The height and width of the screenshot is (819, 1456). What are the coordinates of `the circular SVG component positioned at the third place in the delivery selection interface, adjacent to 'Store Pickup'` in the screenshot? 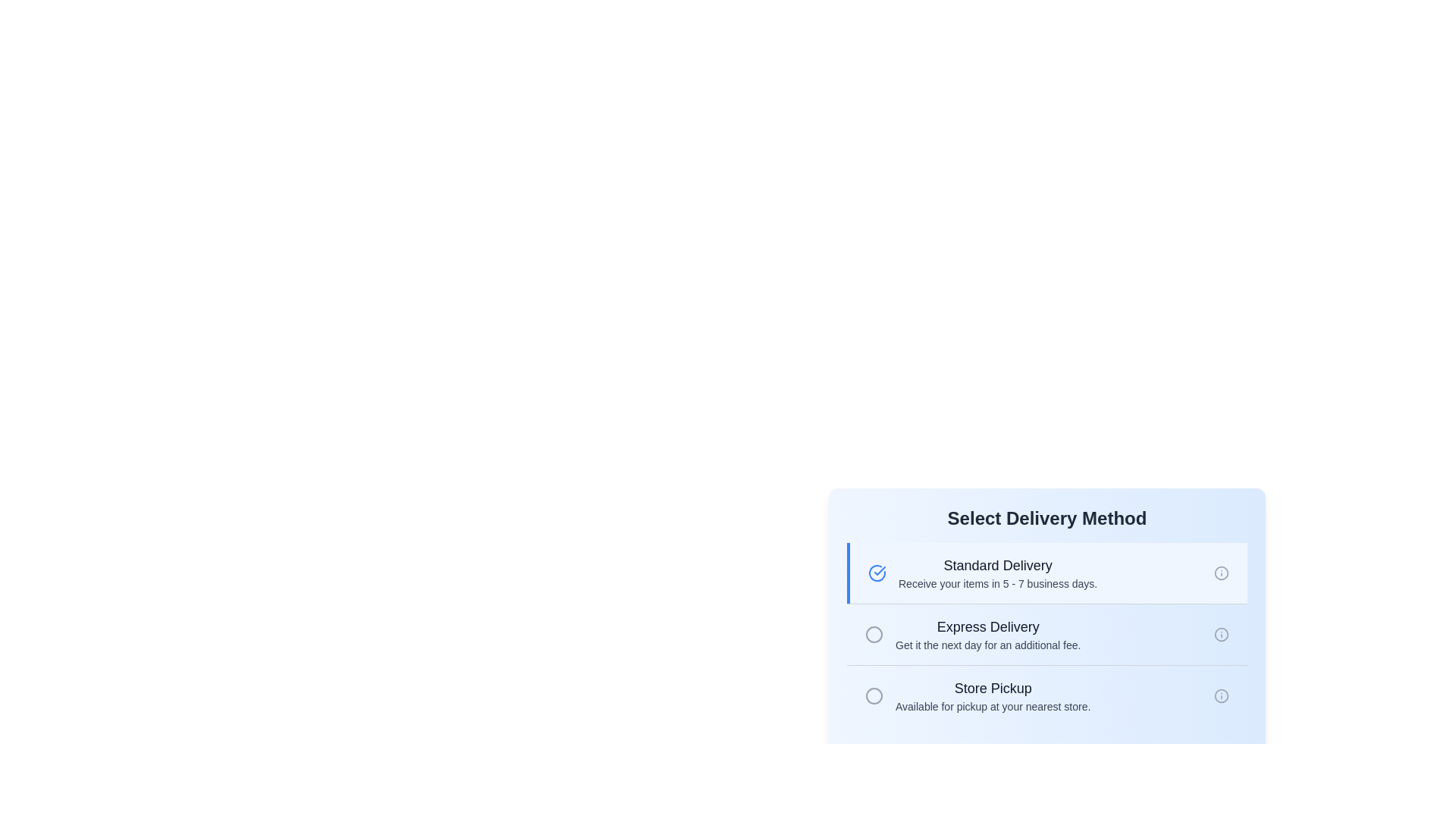 It's located at (874, 696).